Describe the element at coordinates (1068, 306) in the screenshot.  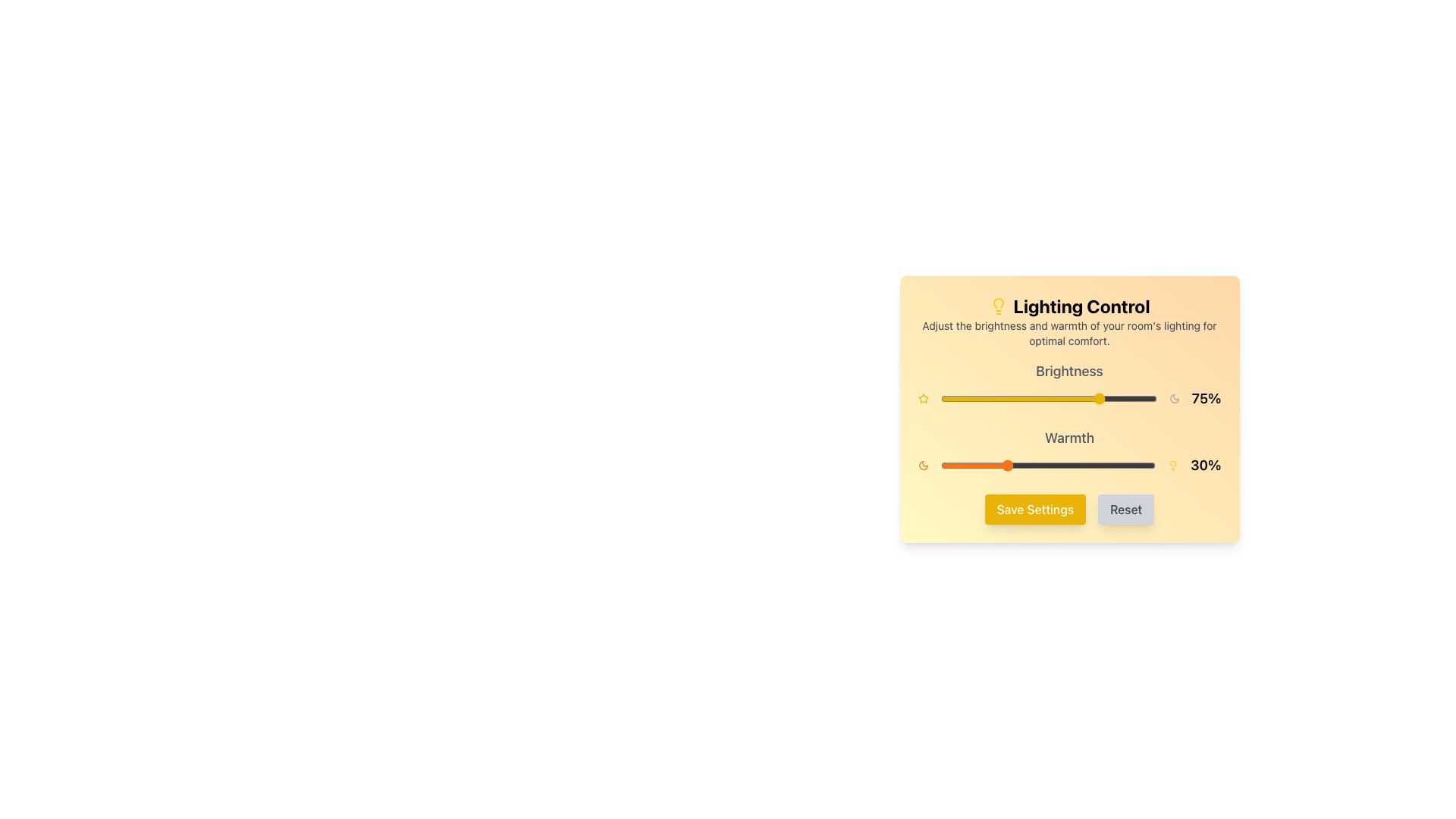
I see `text from the Text Header that displays 'Lighting Control' with a lightbulb icon, positioned at the center-right of the page` at that location.